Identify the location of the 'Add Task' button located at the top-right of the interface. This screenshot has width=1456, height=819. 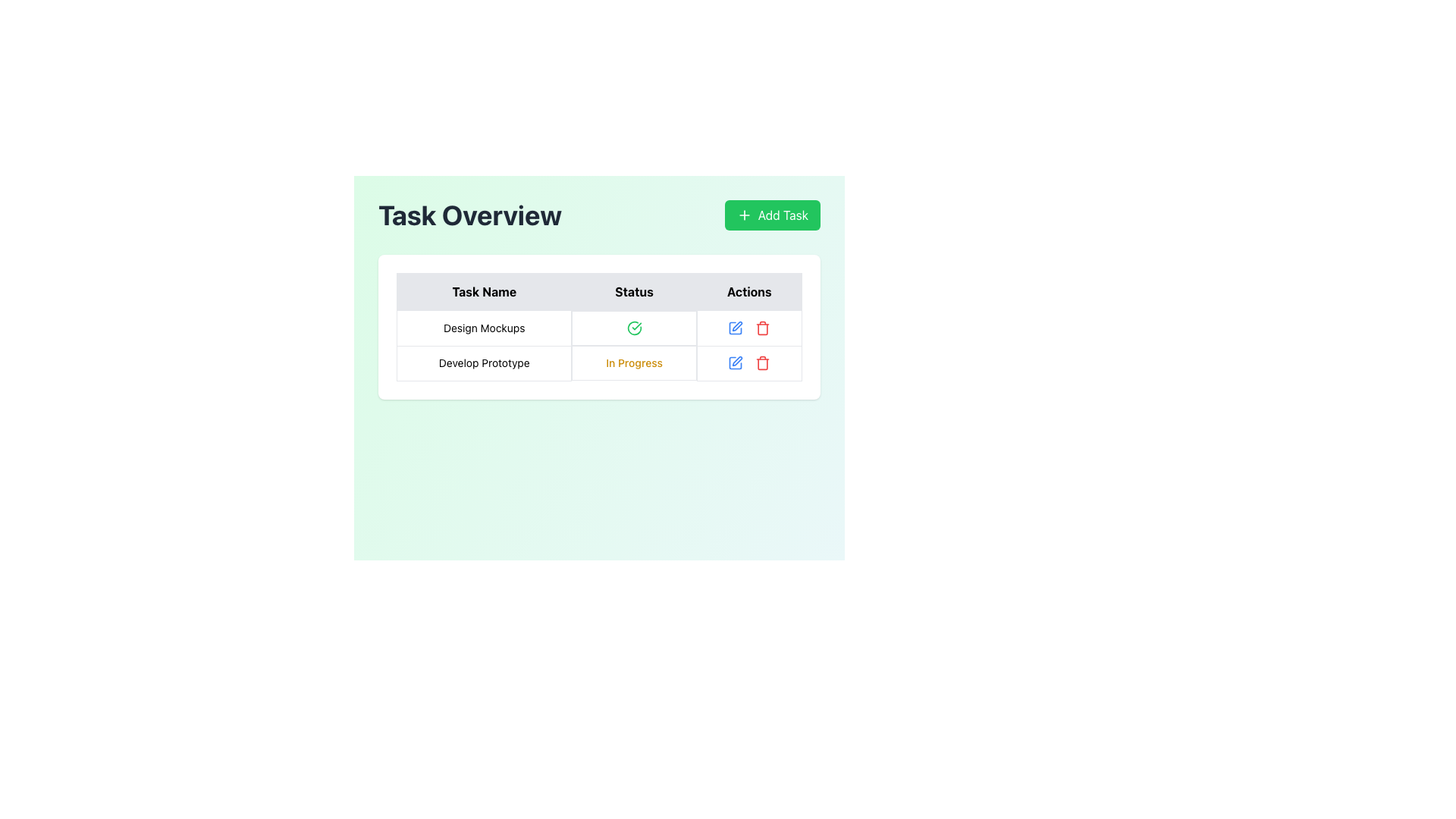
(772, 215).